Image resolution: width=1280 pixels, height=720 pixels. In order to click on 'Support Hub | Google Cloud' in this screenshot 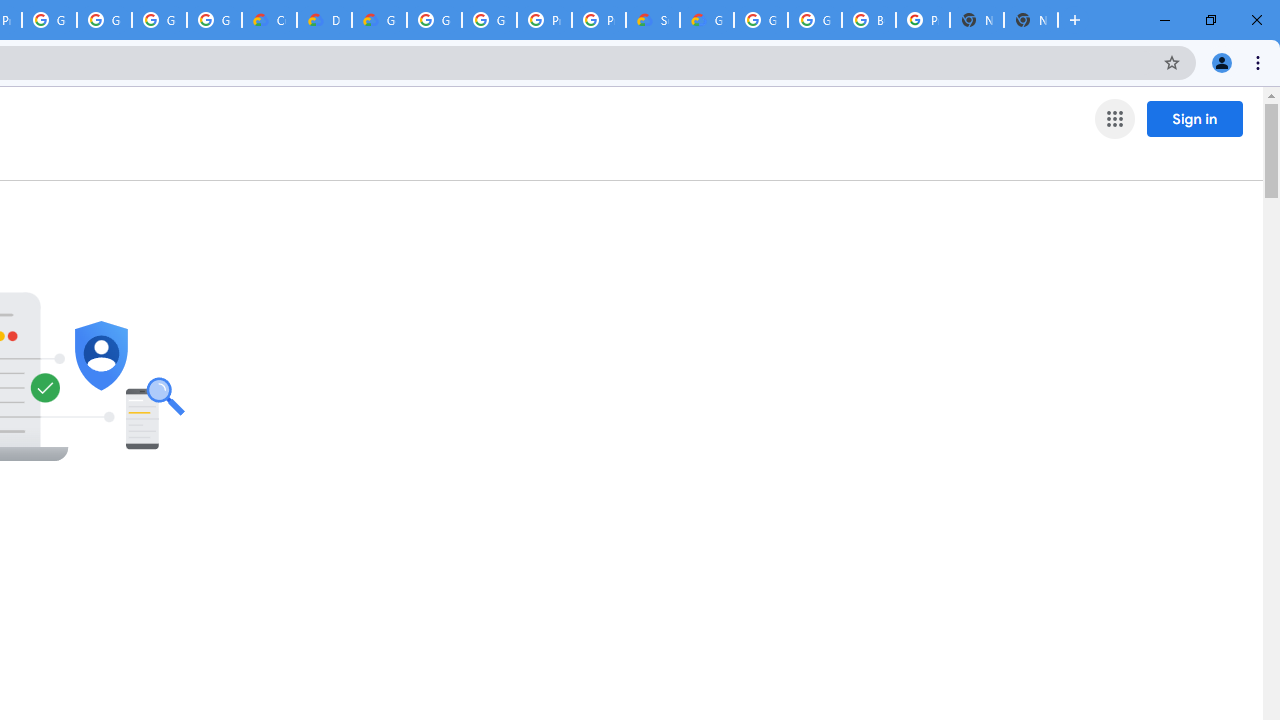, I will do `click(652, 20)`.